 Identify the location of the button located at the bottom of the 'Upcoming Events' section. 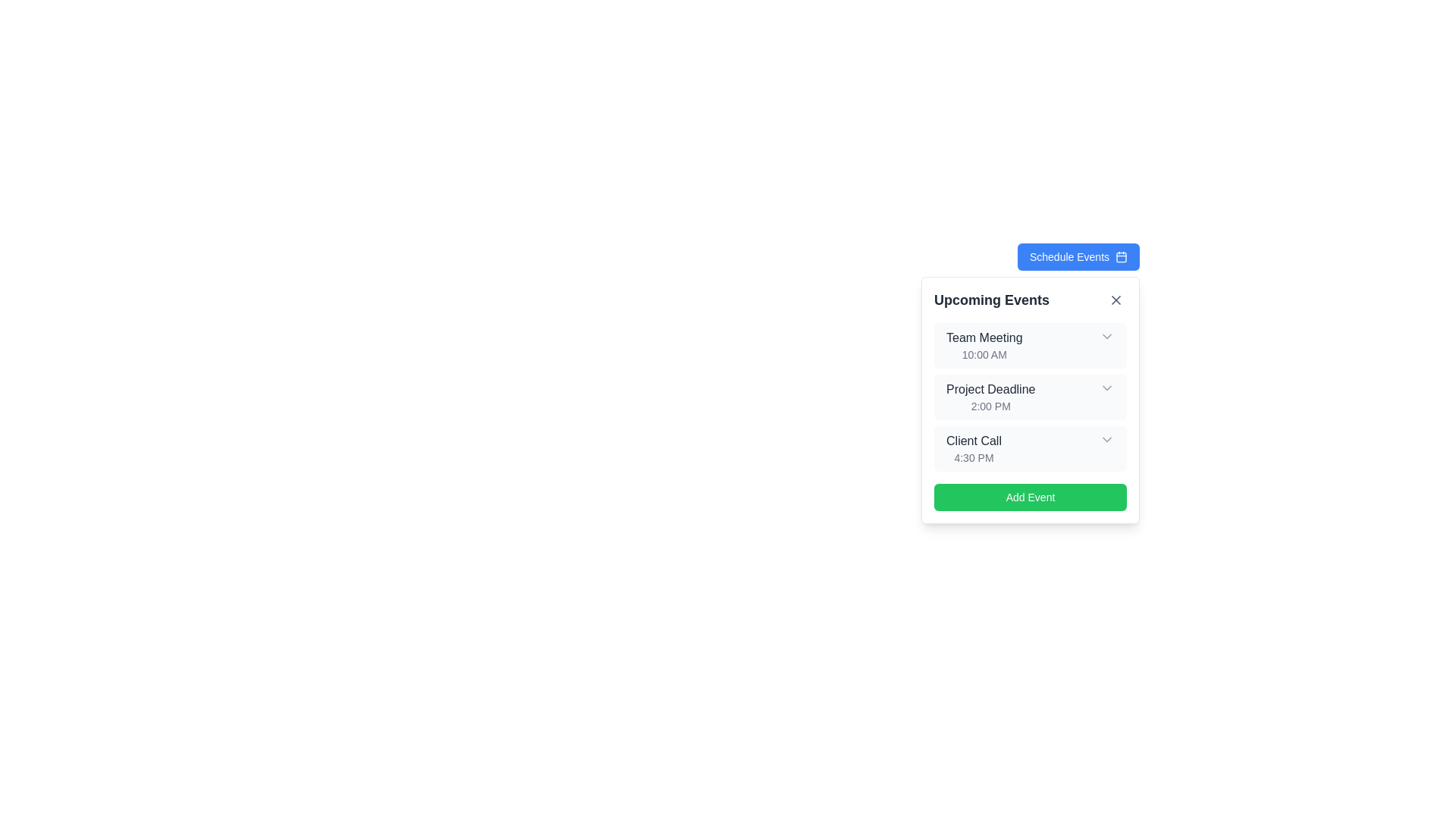
(1030, 497).